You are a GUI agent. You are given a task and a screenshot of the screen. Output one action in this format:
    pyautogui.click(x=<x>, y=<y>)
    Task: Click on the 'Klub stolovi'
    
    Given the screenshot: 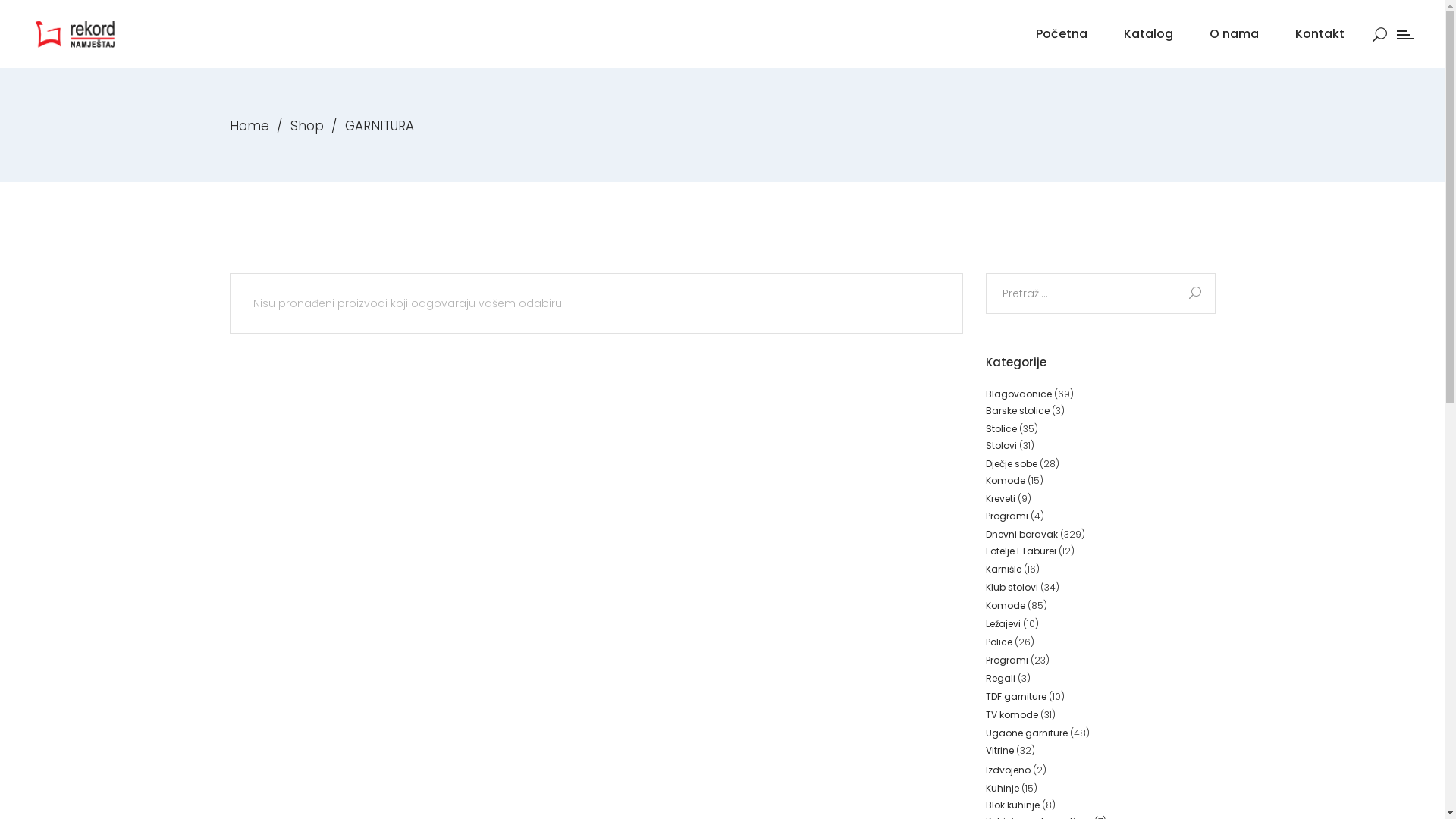 What is the action you would take?
    pyautogui.click(x=986, y=586)
    